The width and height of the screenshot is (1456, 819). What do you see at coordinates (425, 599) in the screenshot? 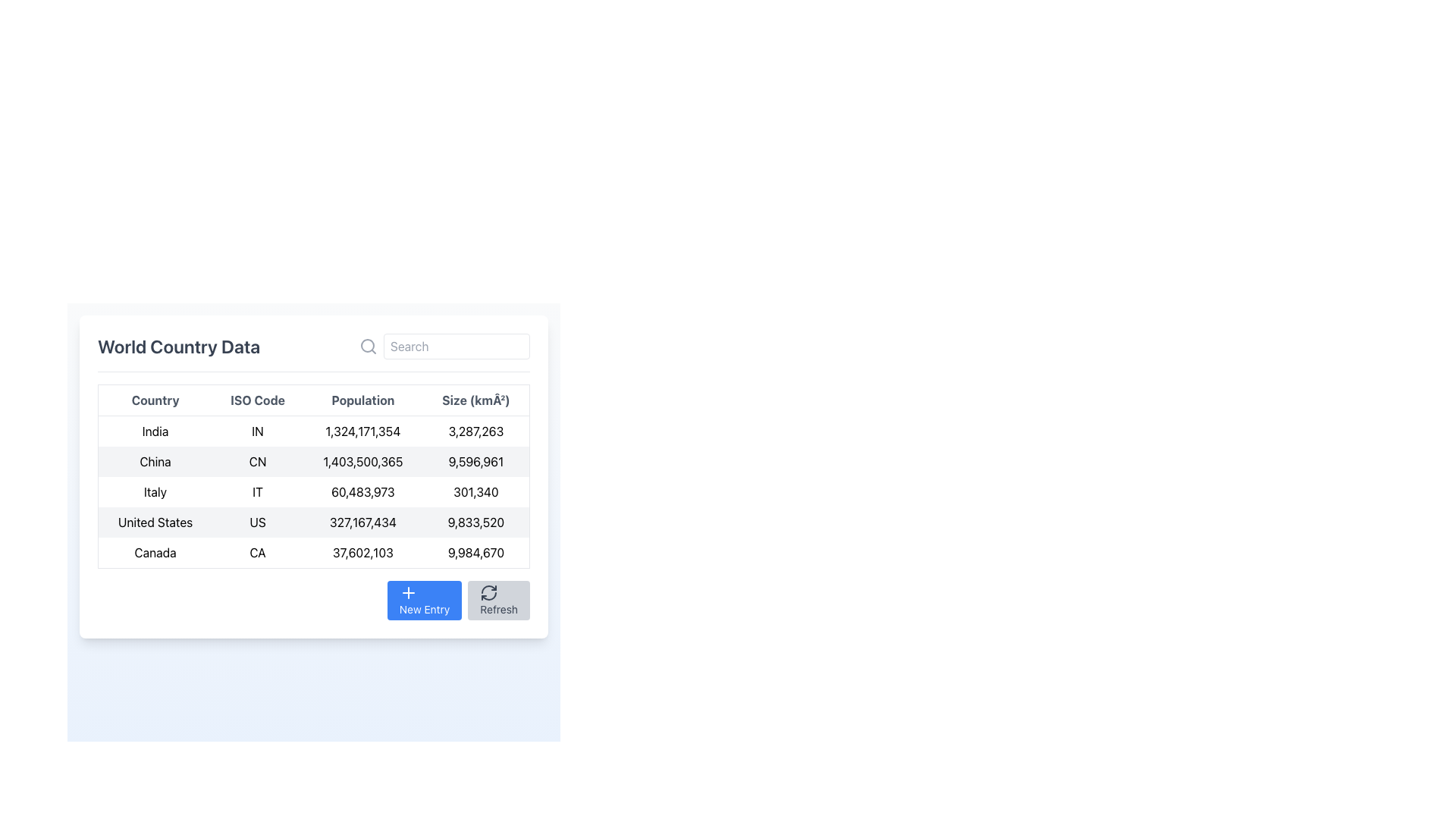
I see `the blue 'New Entry' button with a white plus sign icon and text, located in the action bar below the 'World Country Data' table` at bounding box center [425, 599].